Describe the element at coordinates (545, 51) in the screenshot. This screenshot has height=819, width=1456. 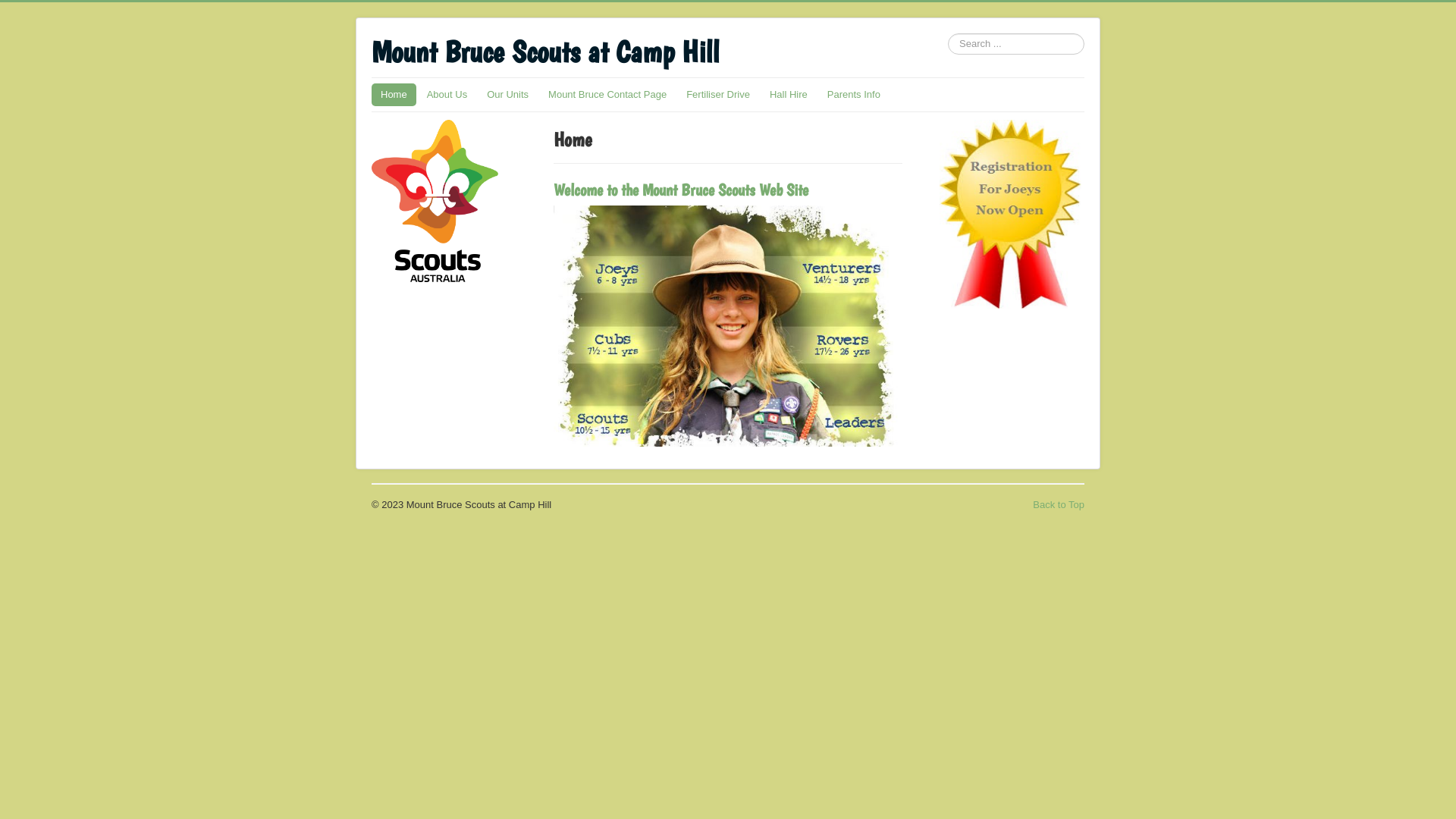
I see `'Mount Bruce Scouts at Camp Hill'` at that location.